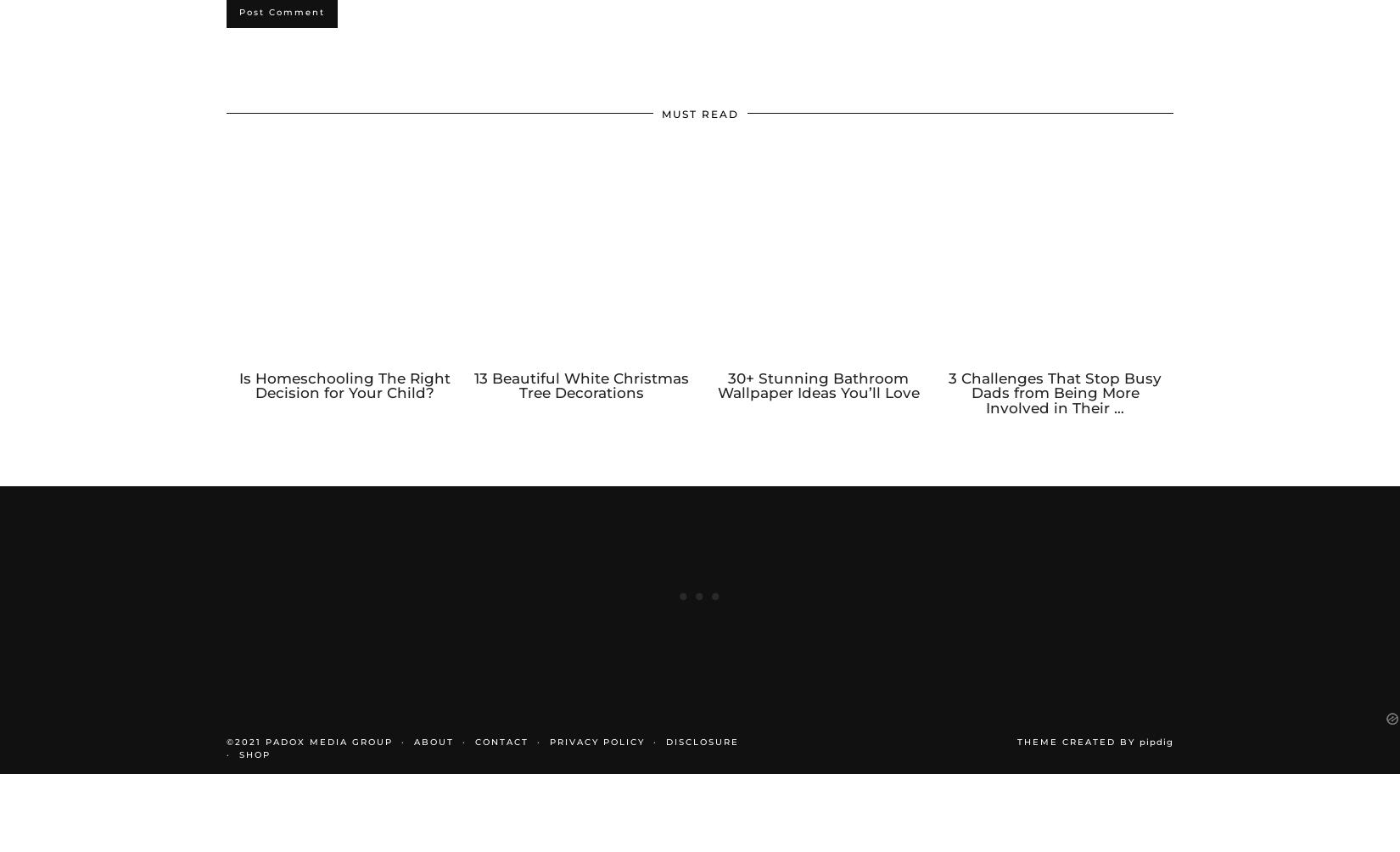 Image resolution: width=1400 pixels, height=852 pixels. What do you see at coordinates (226, 758) in the screenshot?
I see `'©2021 PADOX MEDIA GROUP'` at bounding box center [226, 758].